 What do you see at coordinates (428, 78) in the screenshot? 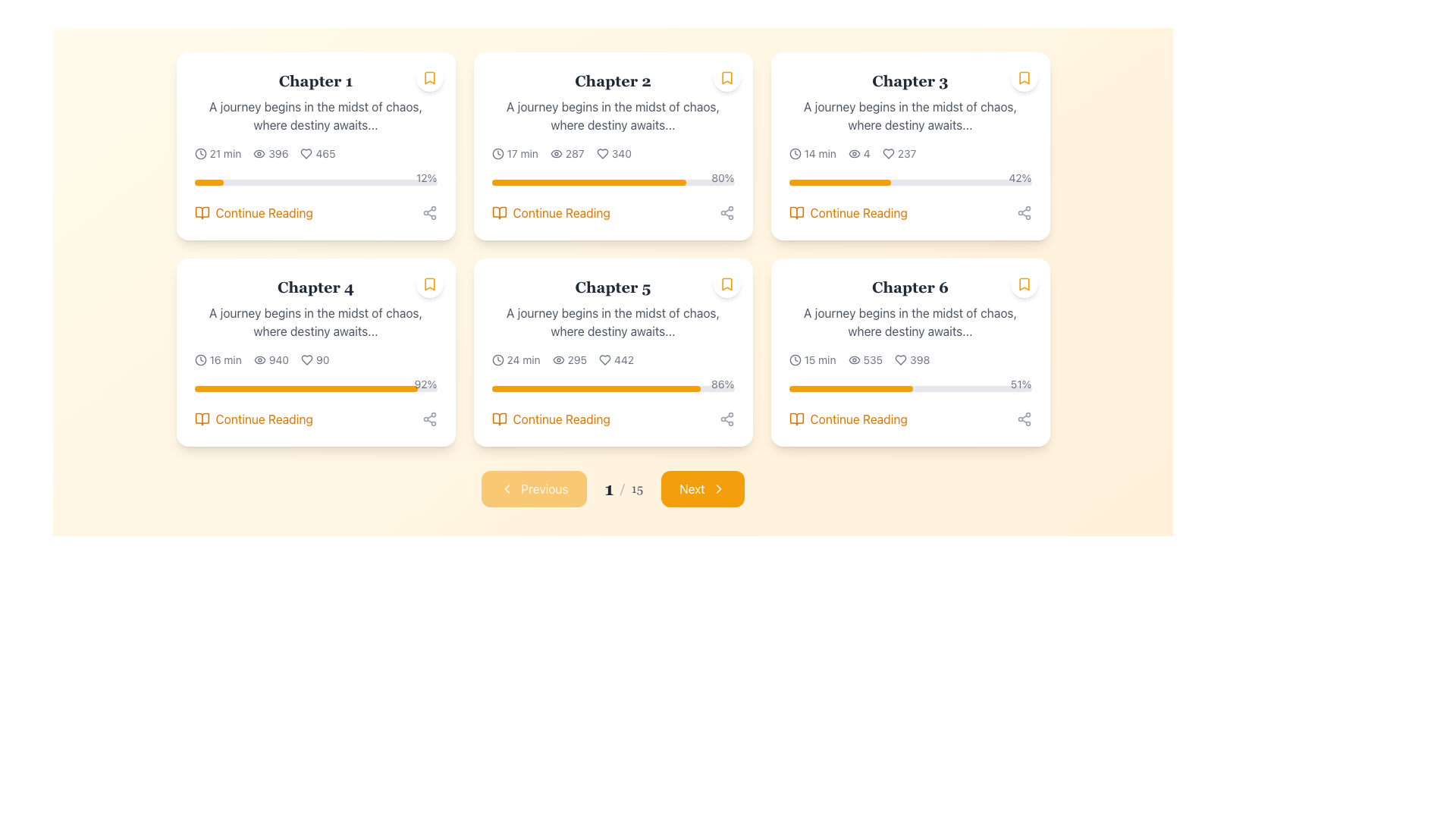
I see `the bookmark toggle icon located in the top-right corner of the first card labeled 'Chapter 1'` at bounding box center [428, 78].